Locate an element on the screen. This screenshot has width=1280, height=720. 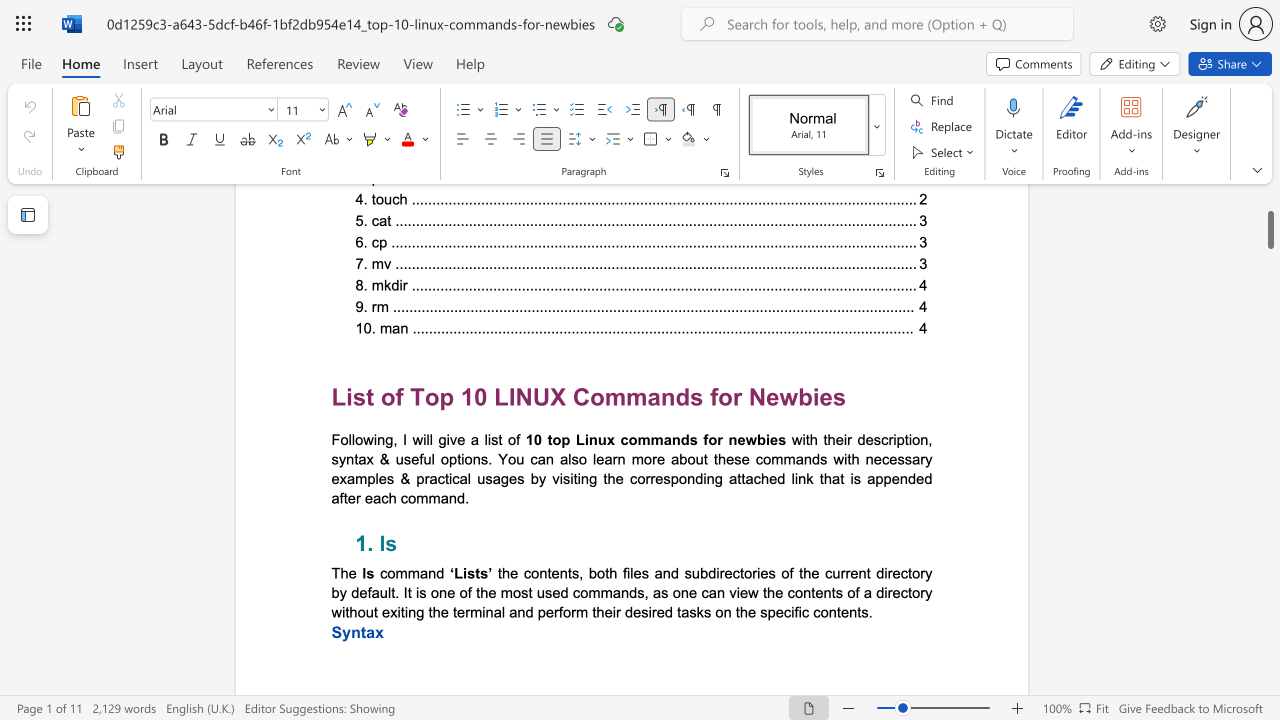
the 1th character "g" in the text is located at coordinates (389, 438).